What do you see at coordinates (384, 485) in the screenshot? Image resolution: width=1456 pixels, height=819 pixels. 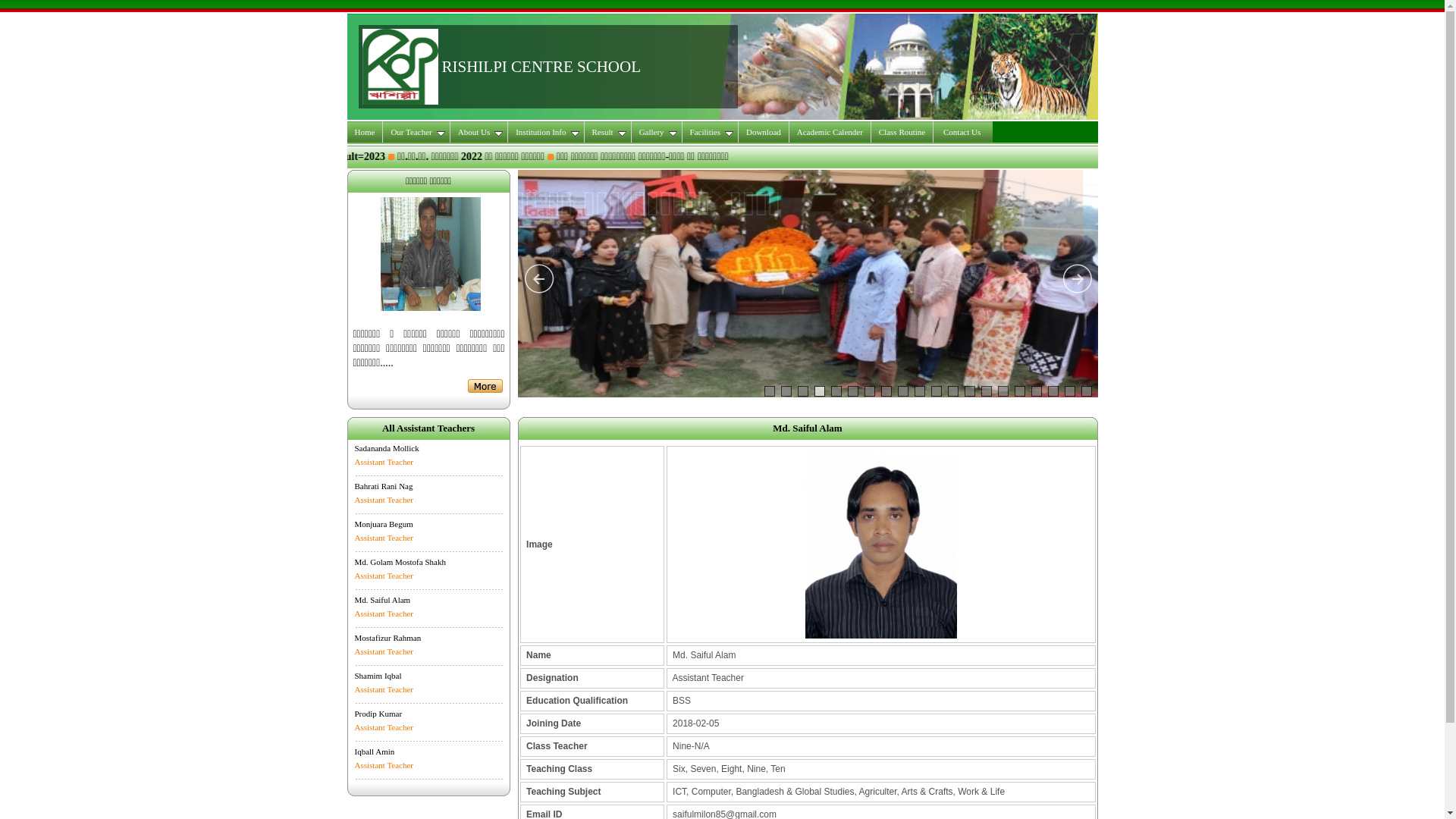 I see `'Bahrati Rani Nag'` at bounding box center [384, 485].